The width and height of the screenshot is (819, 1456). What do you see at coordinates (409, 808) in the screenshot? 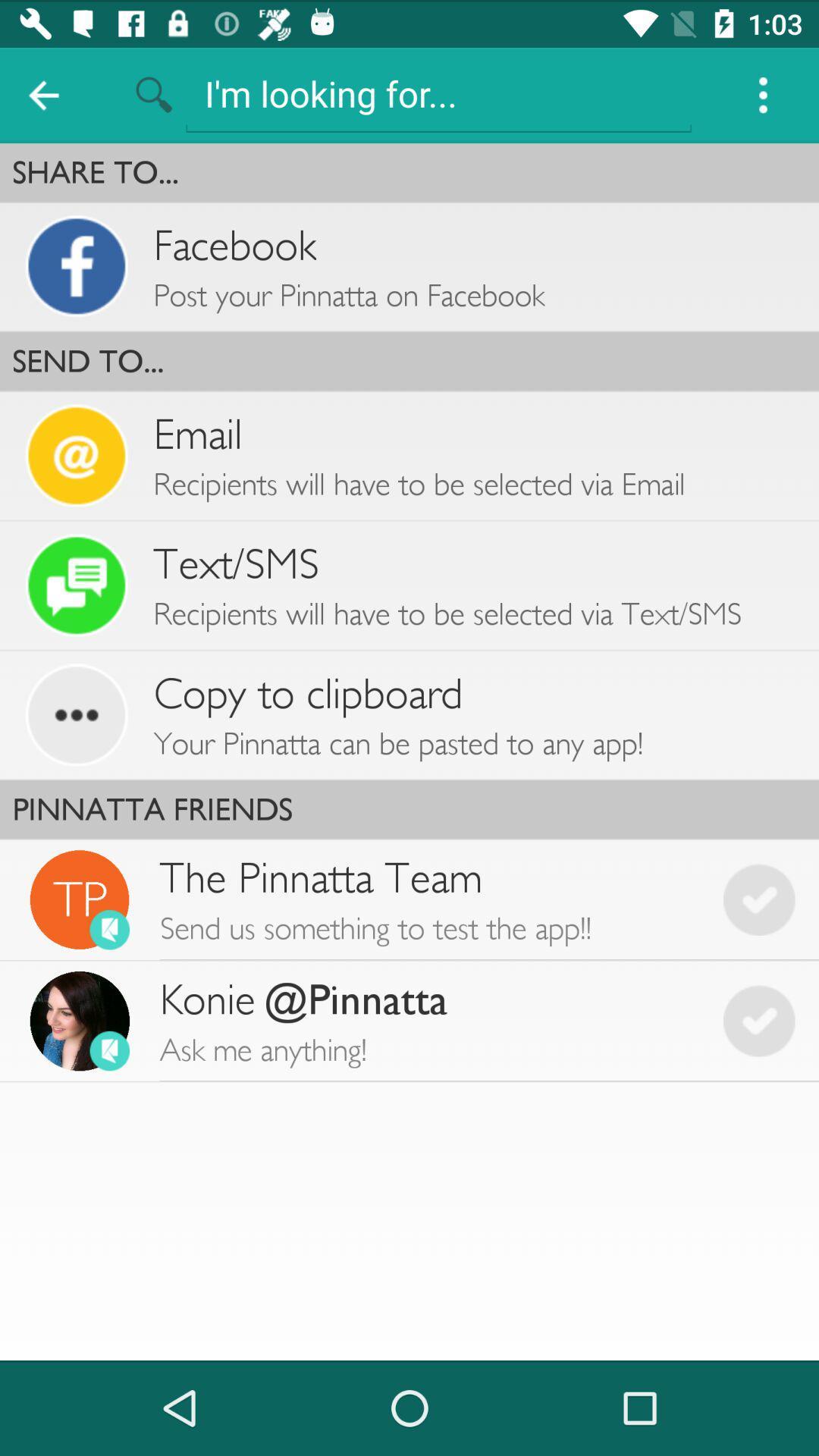
I see `the icon above the pinnatta team` at bounding box center [409, 808].